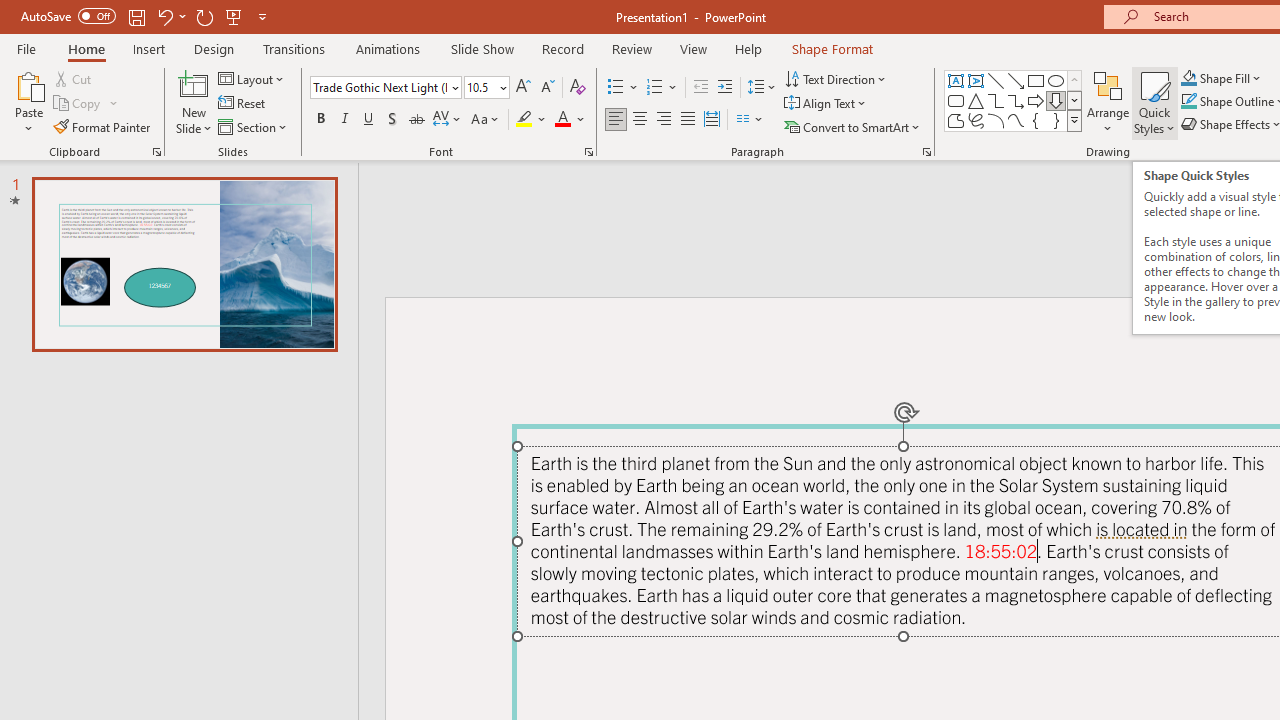 The height and width of the screenshot is (720, 1280). What do you see at coordinates (995, 80) in the screenshot?
I see `'Line'` at bounding box center [995, 80].